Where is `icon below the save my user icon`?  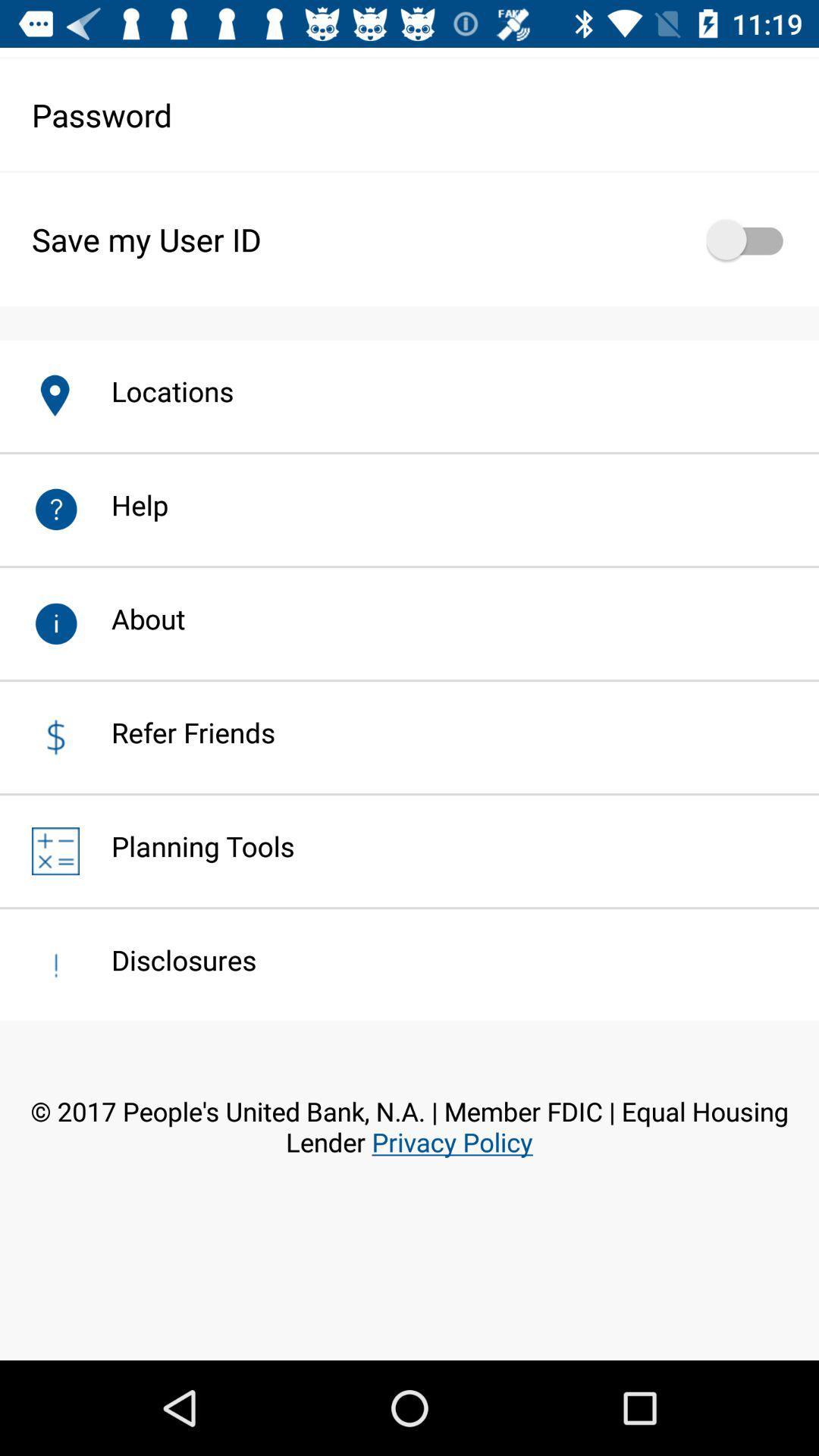 icon below the save my user icon is located at coordinates (156, 391).